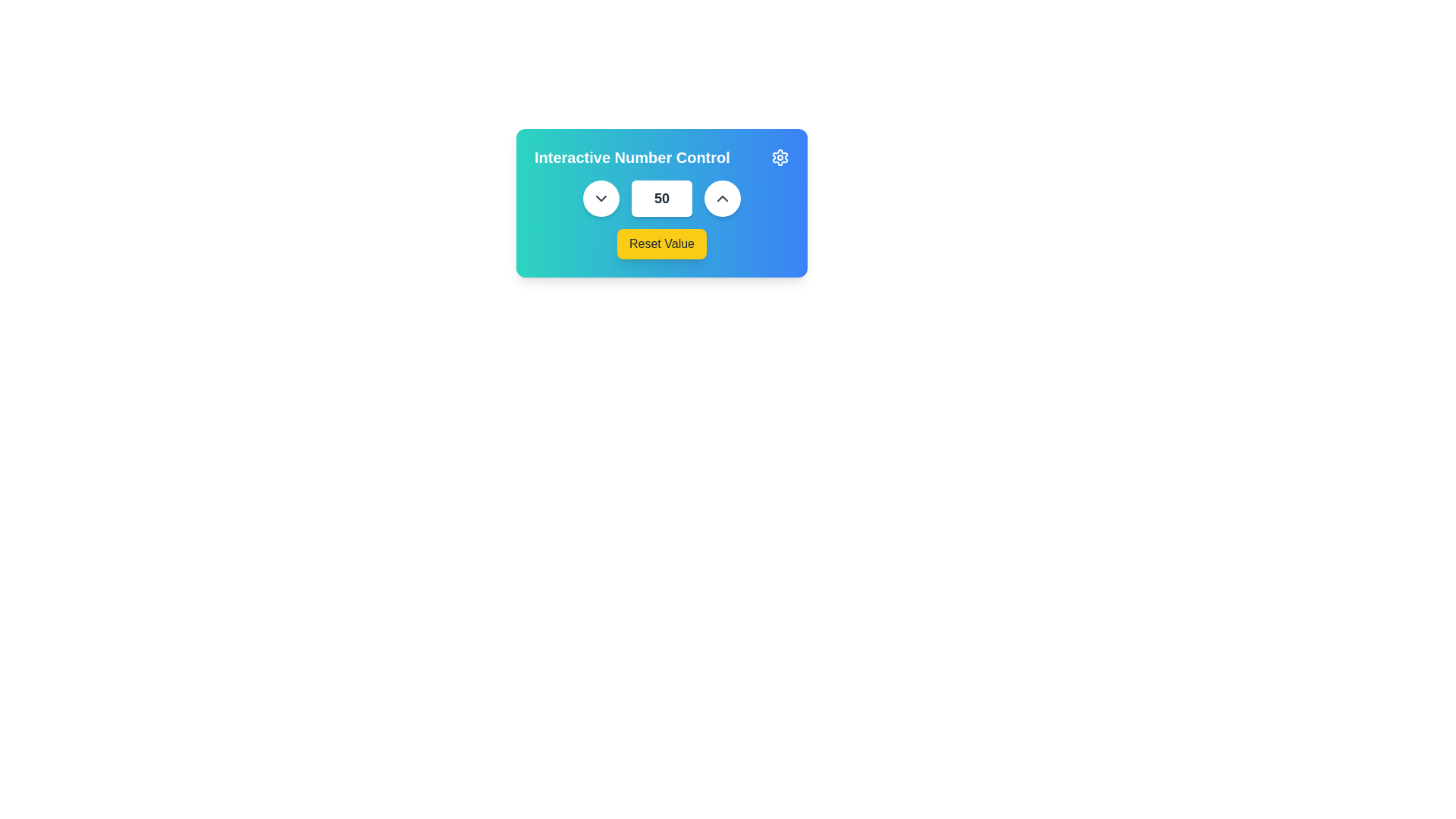 This screenshot has width=1456, height=819. What do you see at coordinates (722, 198) in the screenshot?
I see `the increment button located to the right of the text field displaying '50' to increase the numerical value` at bounding box center [722, 198].